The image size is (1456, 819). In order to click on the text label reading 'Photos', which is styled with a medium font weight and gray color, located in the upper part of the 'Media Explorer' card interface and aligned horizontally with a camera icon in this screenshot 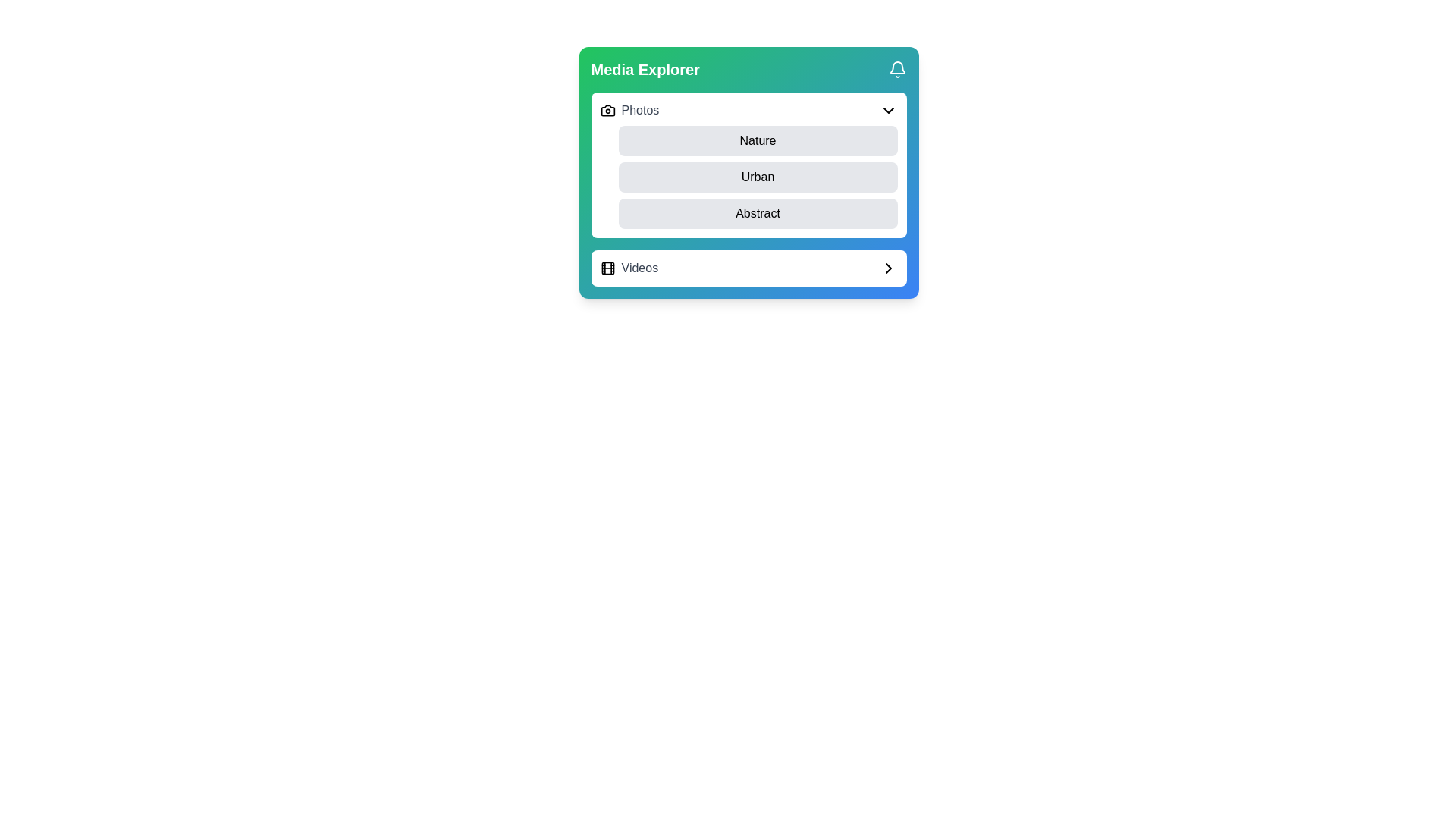, I will do `click(640, 110)`.